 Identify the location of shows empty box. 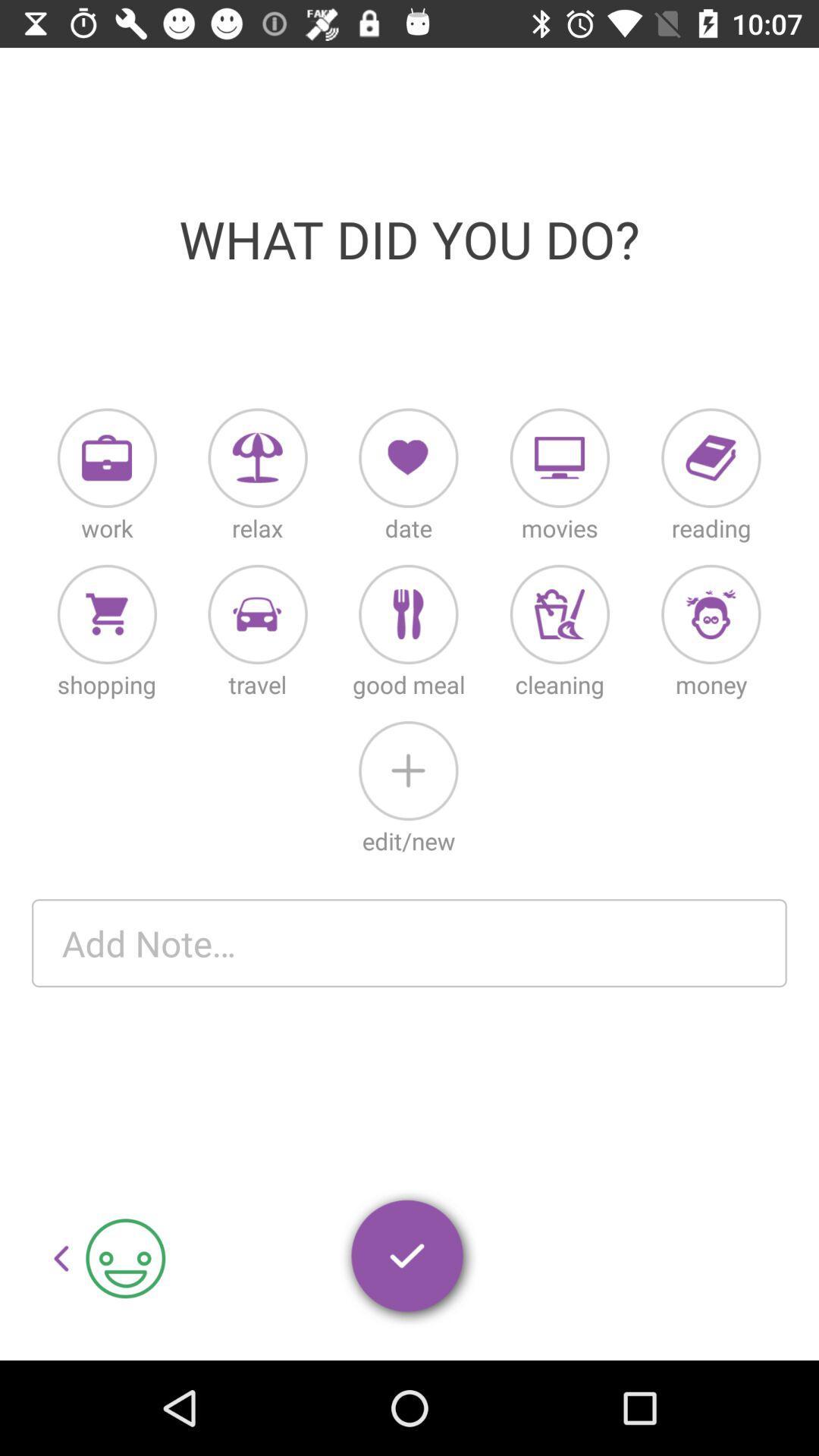
(409, 942).